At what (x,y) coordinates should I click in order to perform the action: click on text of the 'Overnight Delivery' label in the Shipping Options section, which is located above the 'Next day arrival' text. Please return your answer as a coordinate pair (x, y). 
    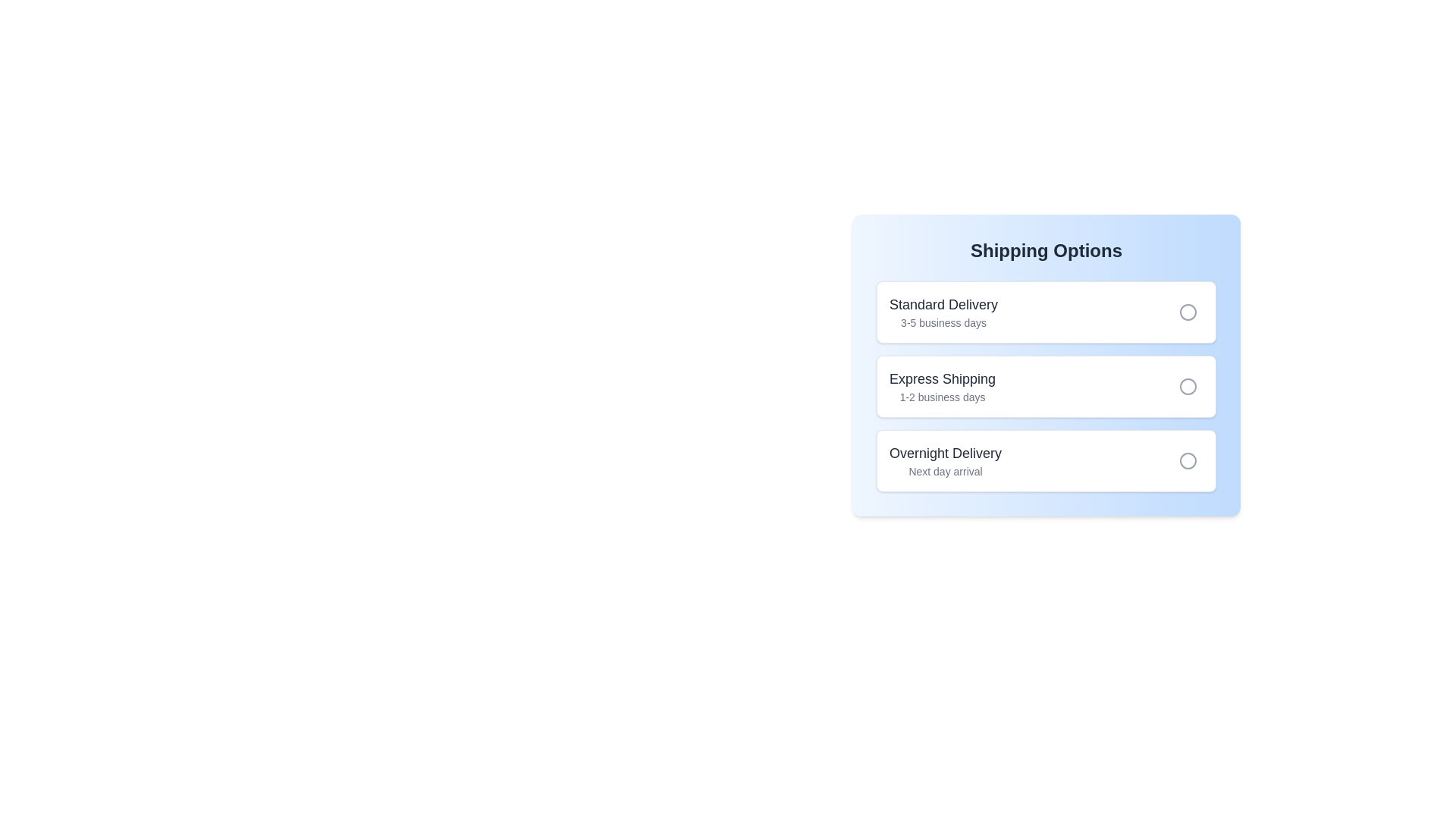
    Looking at the image, I should click on (945, 452).